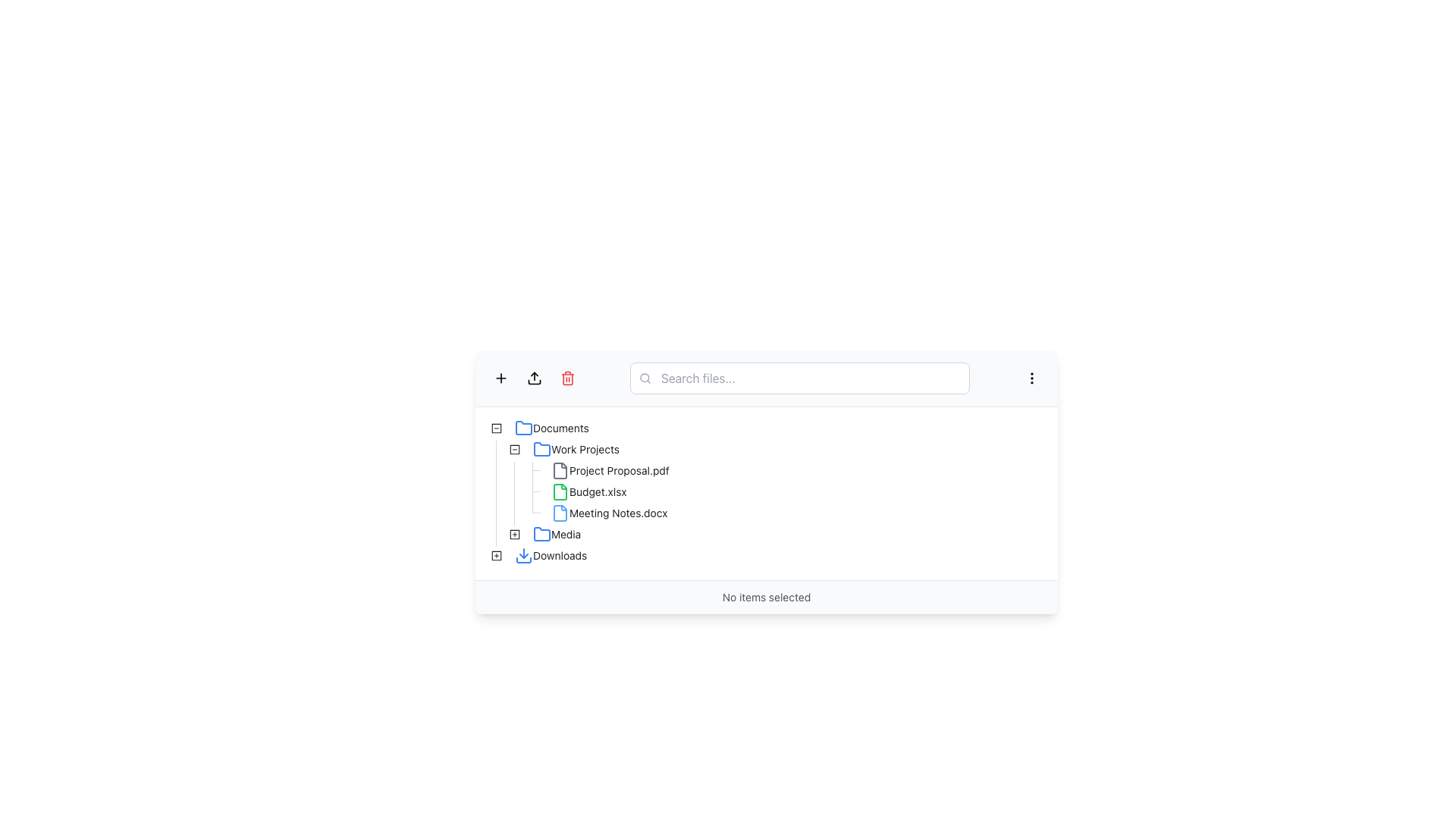 The height and width of the screenshot is (819, 1456). What do you see at coordinates (579, 513) in the screenshot?
I see `the Tree item representing the file named 'Meeting Notes.docx'` at bounding box center [579, 513].